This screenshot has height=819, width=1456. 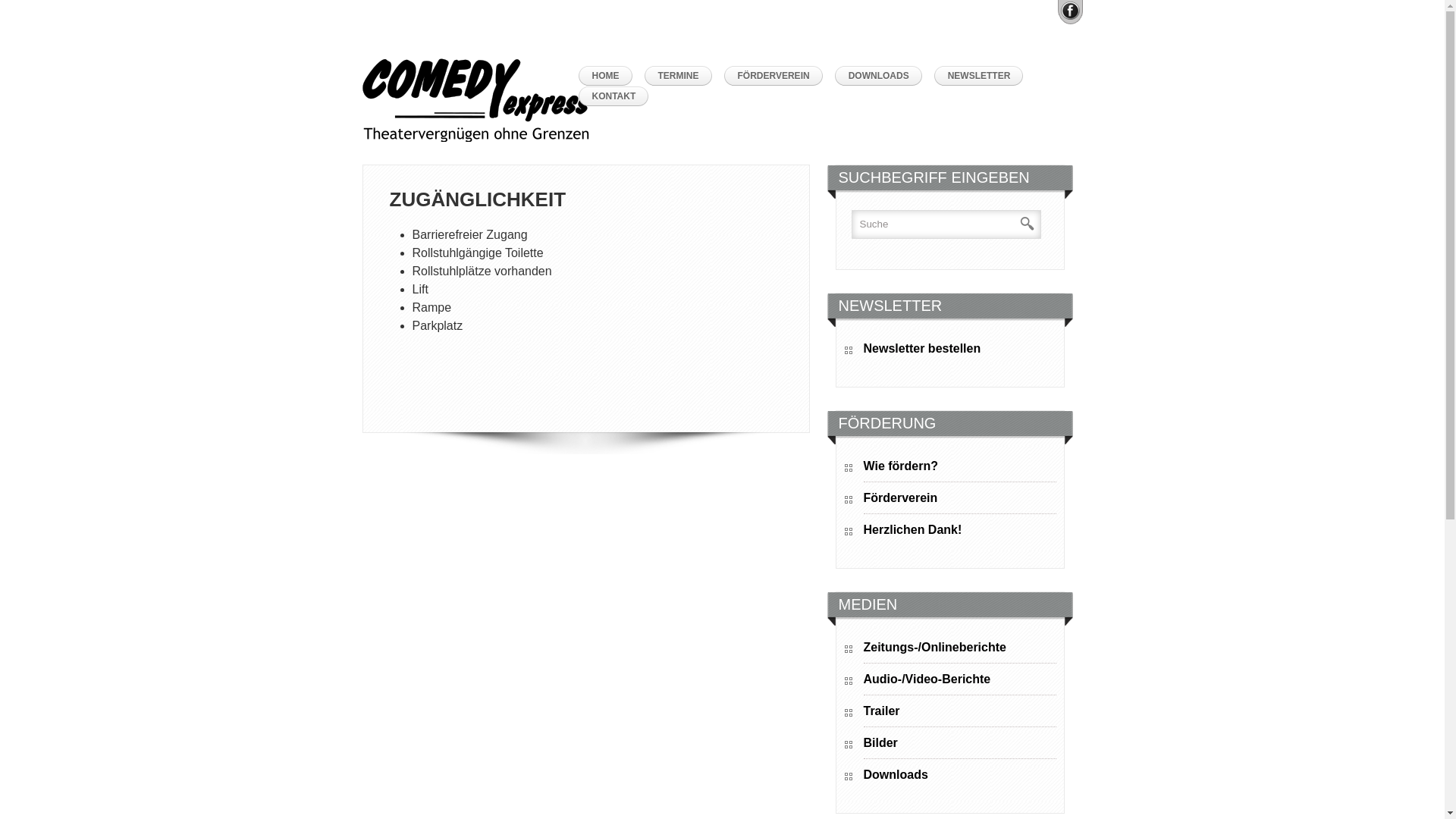 What do you see at coordinates (959, 649) in the screenshot?
I see `'Zeitungs-/Onlineberichte'` at bounding box center [959, 649].